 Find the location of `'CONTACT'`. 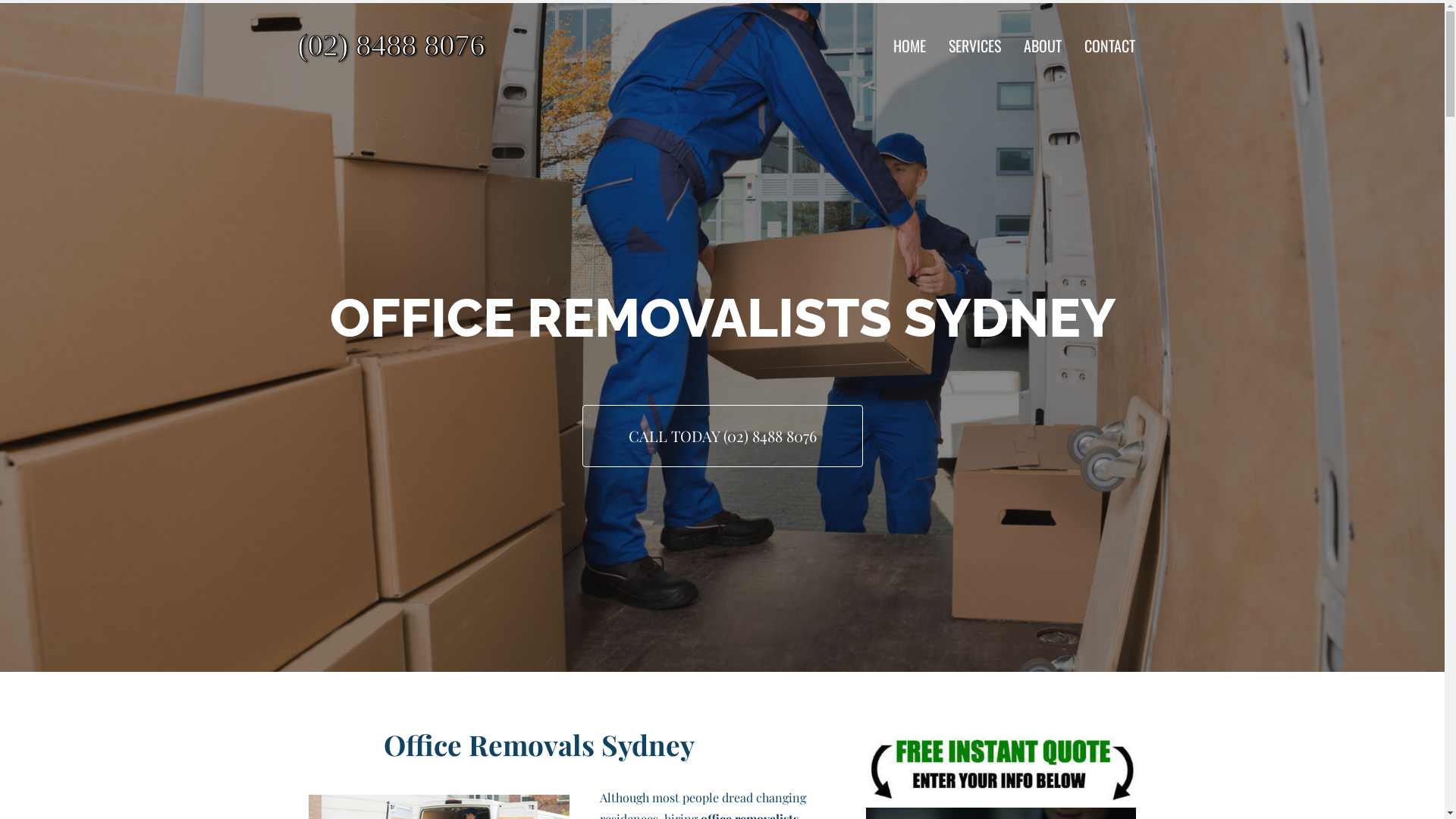

'CONTACT' is located at coordinates (1109, 45).